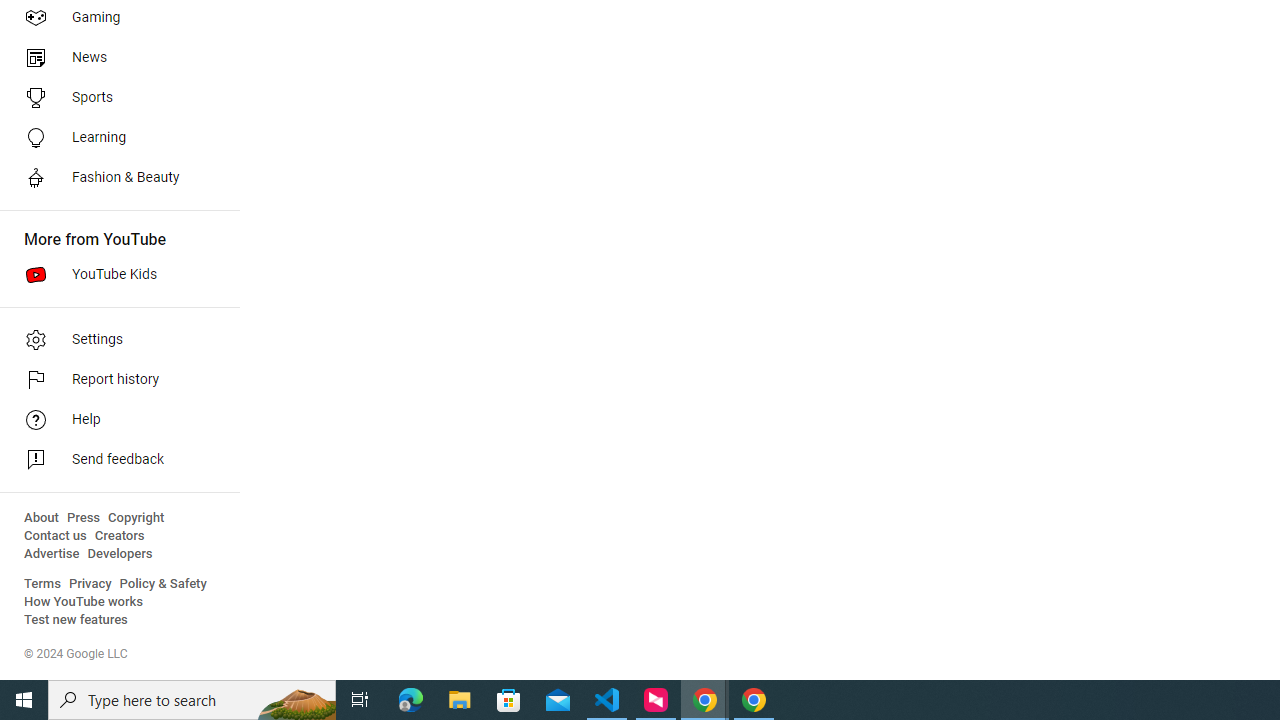 The width and height of the screenshot is (1280, 720). Describe the element at coordinates (82, 517) in the screenshot. I see `'Press'` at that location.